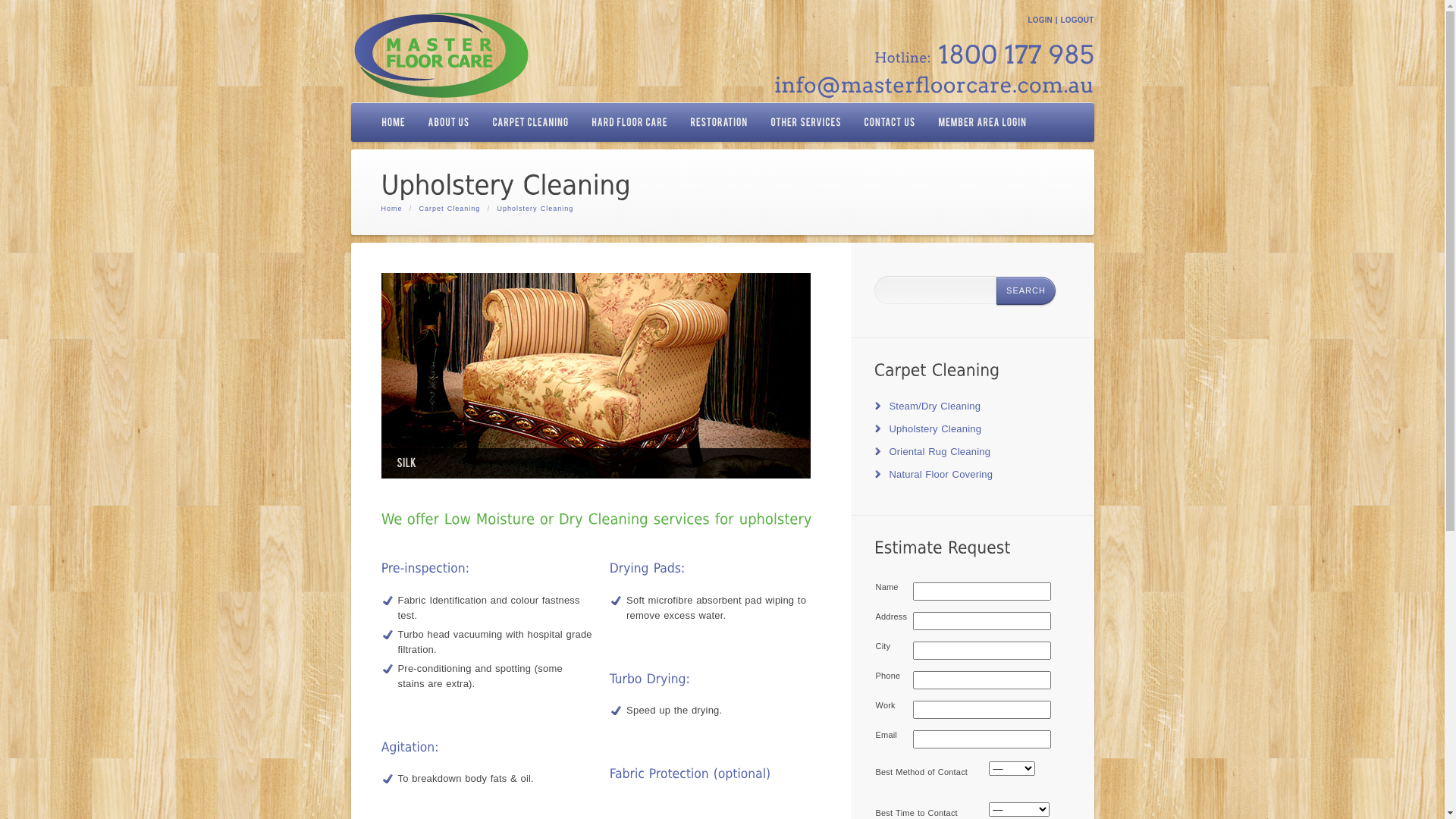 The image size is (1456, 819). I want to click on 'Oriental Rug Cleaning', so click(938, 450).